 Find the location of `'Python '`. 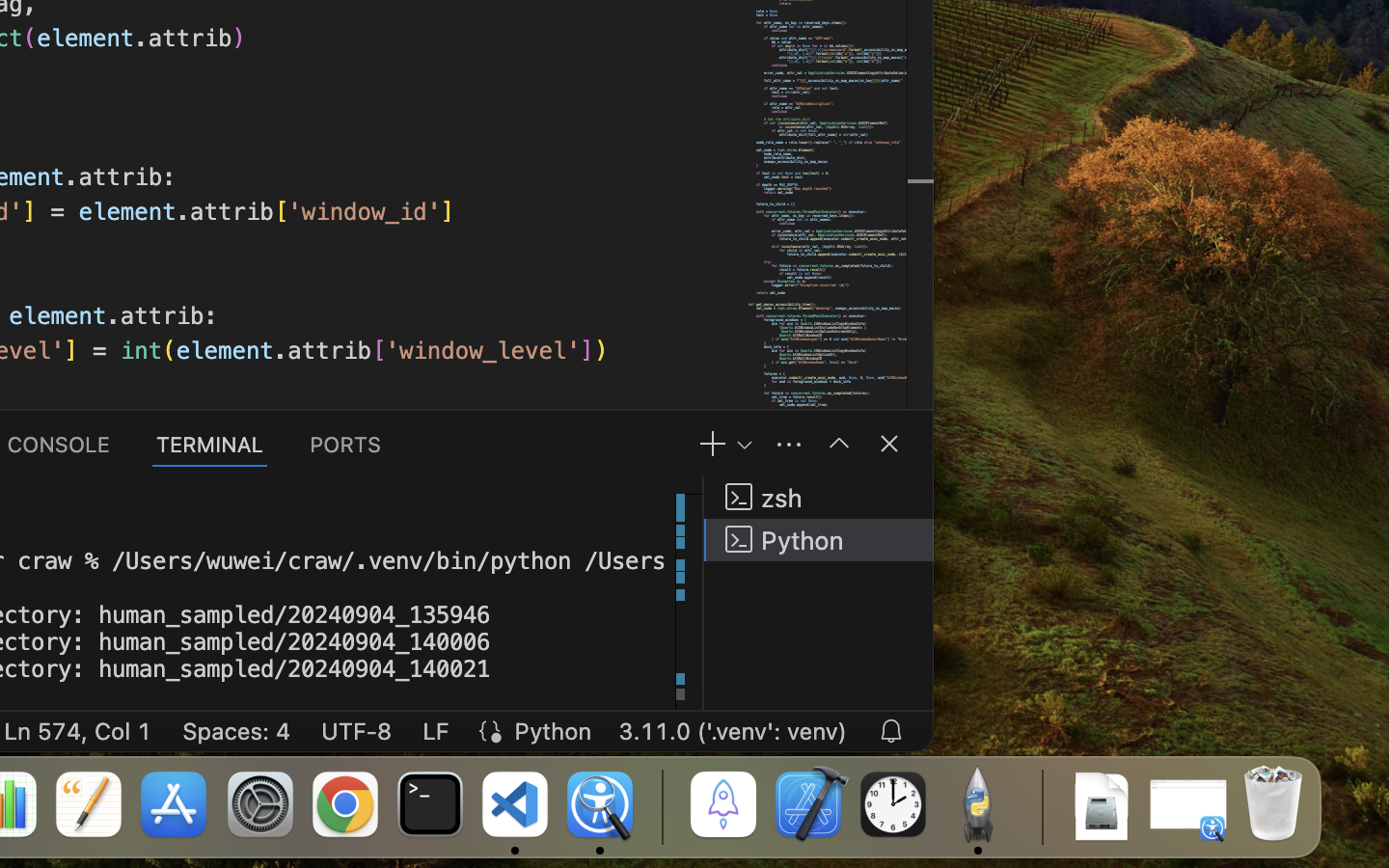

'Python ' is located at coordinates (818, 538).